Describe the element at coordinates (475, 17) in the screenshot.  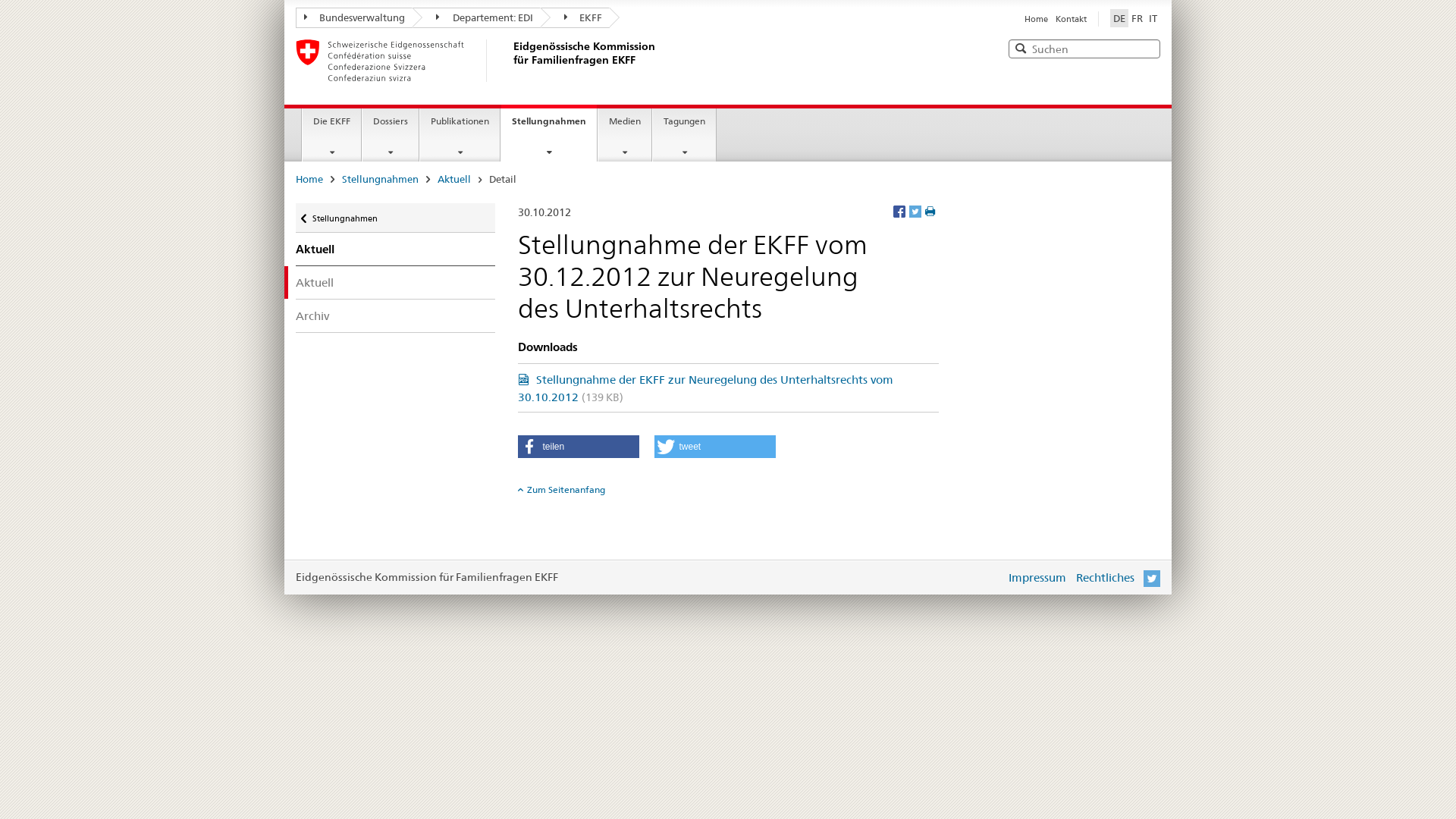
I see `'Departement: EDI'` at that location.